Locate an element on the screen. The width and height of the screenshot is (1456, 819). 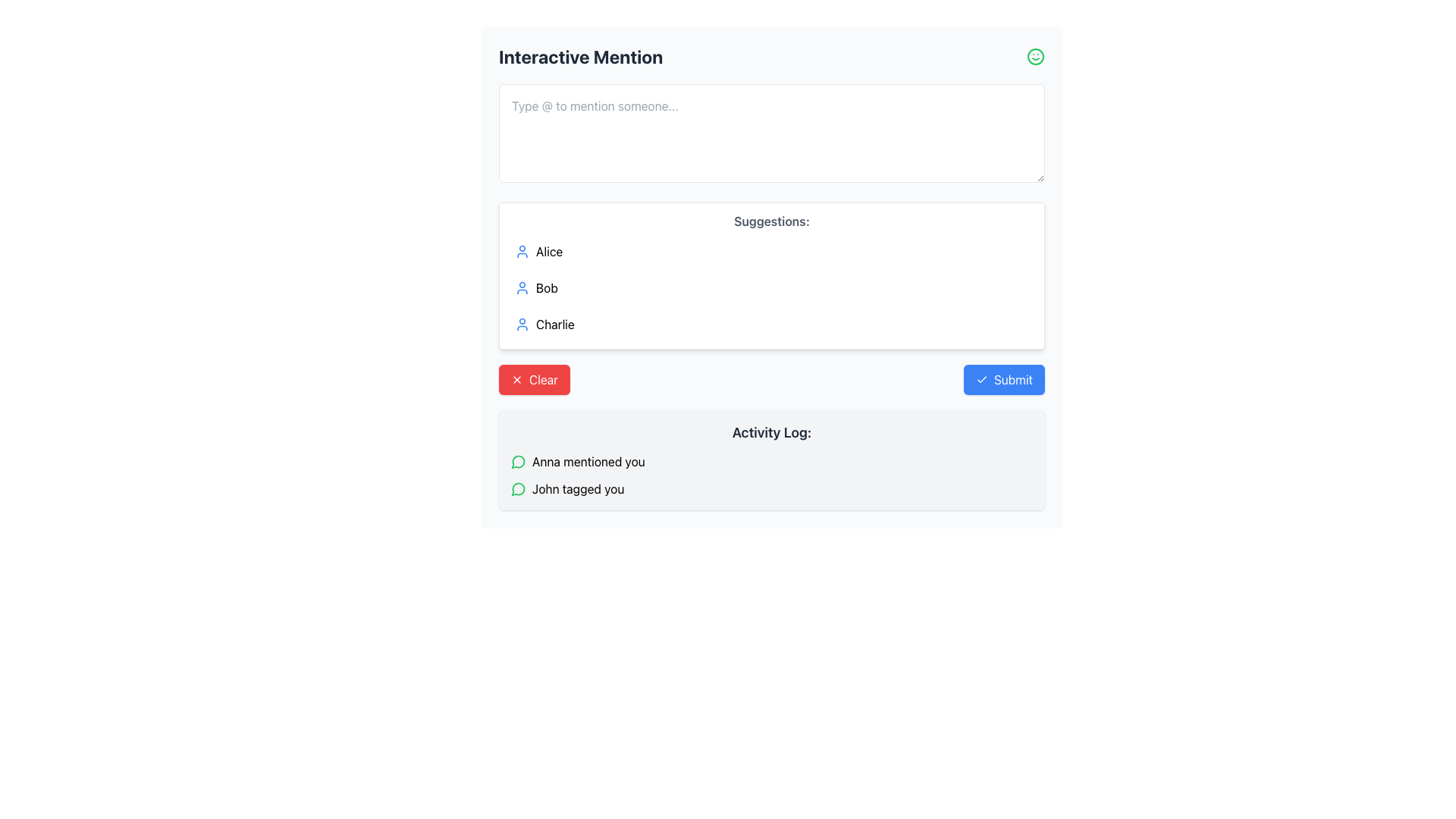
the checkmark icon within the 'Submit' button, which is styled in blue with white text, located in the lower-right segment of the interface is located at coordinates (981, 379).